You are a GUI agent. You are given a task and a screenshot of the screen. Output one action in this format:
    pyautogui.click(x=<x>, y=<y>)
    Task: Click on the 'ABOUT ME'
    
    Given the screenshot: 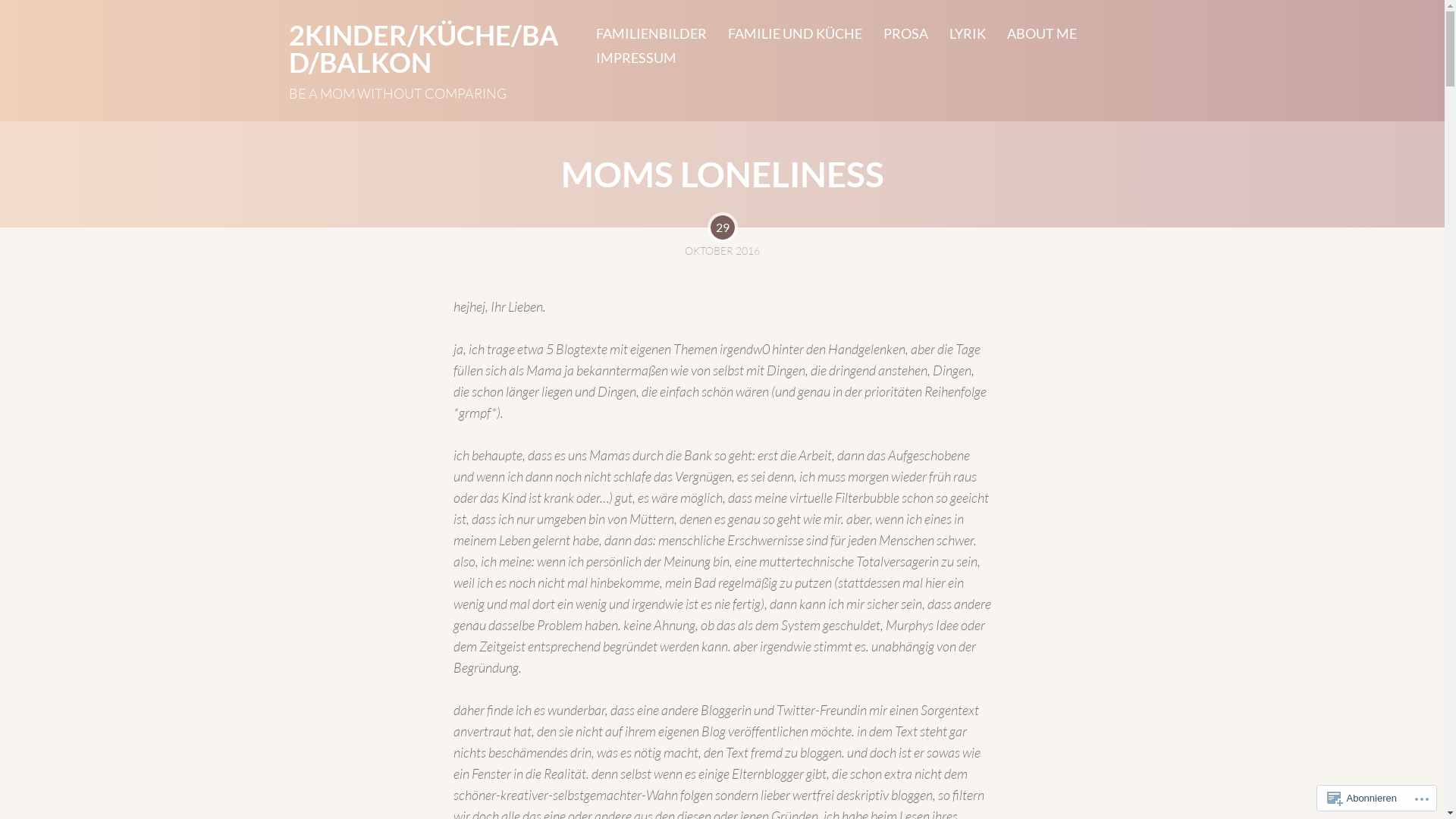 What is the action you would take?
    pyautogui.click(x=1031, y=33)
    